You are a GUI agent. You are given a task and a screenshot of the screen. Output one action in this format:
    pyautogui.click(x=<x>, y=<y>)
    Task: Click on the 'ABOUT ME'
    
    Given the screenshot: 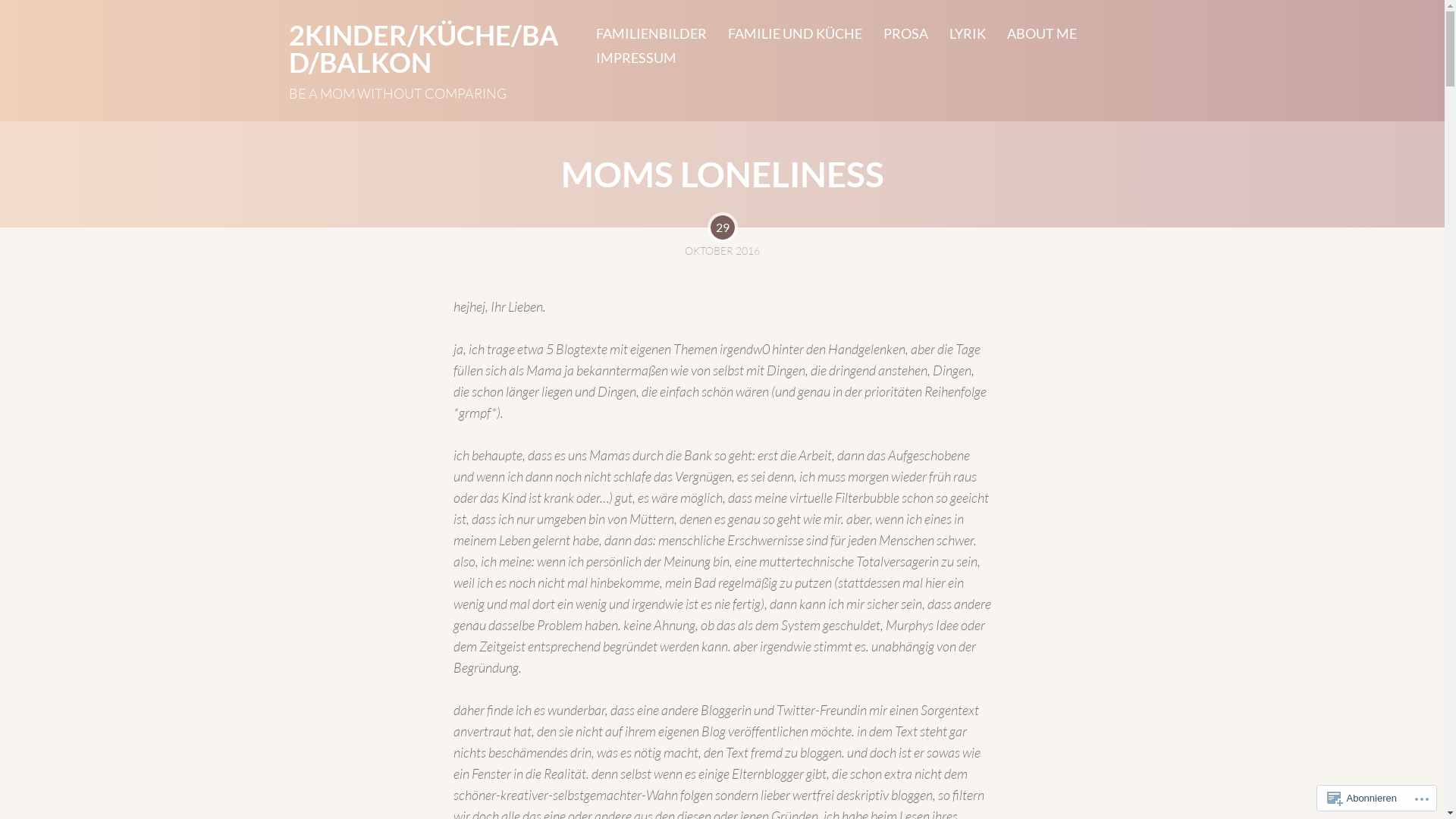 What is the action you would take?
    pyautogui.click(x=1031, y=33)
    